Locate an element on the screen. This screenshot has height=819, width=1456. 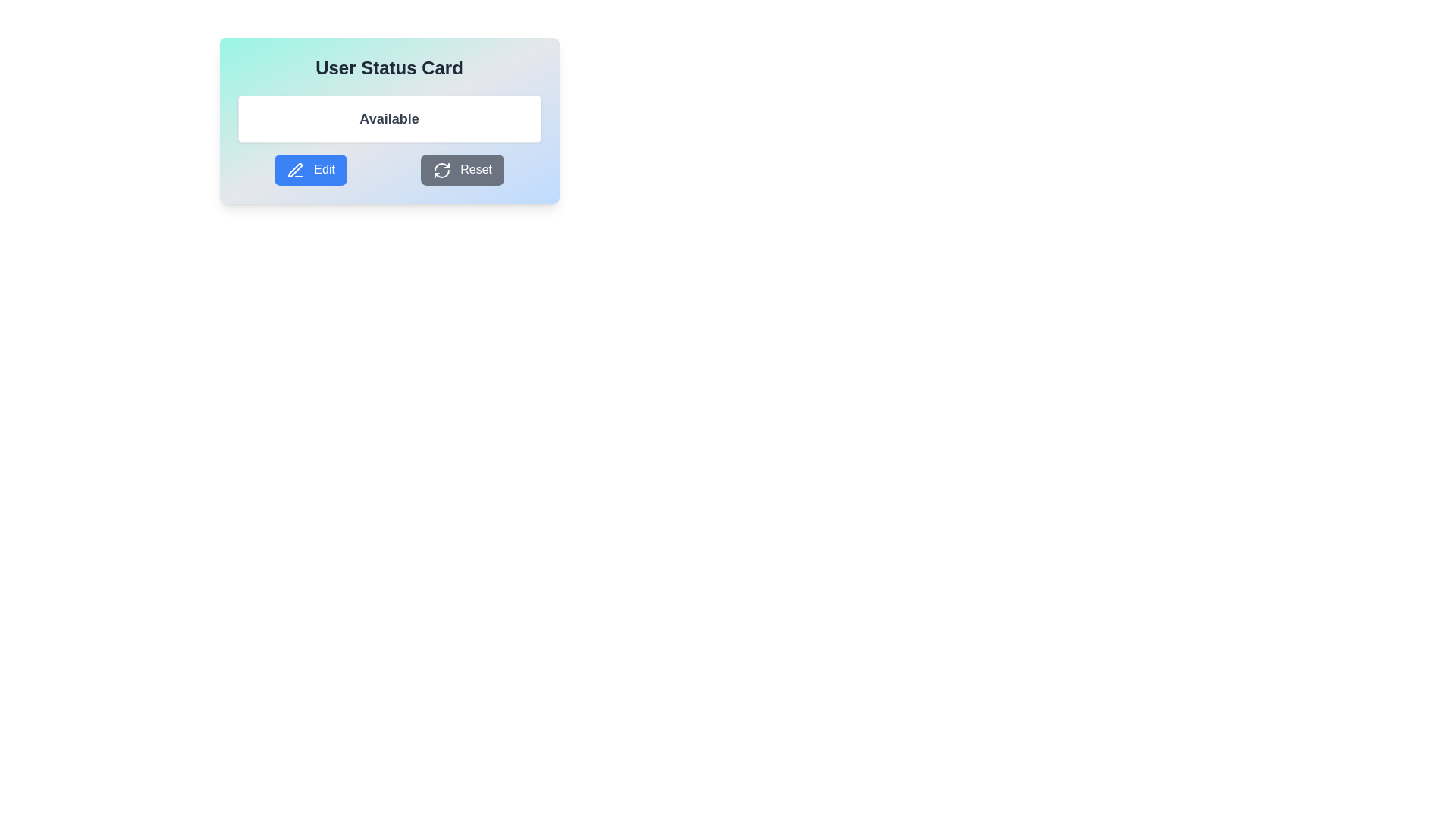
the 'Available' text label, which is displayed in a bold, large font and is centered inside the 'User Status Card' with a gradient background is located at coordinates (389, 118).